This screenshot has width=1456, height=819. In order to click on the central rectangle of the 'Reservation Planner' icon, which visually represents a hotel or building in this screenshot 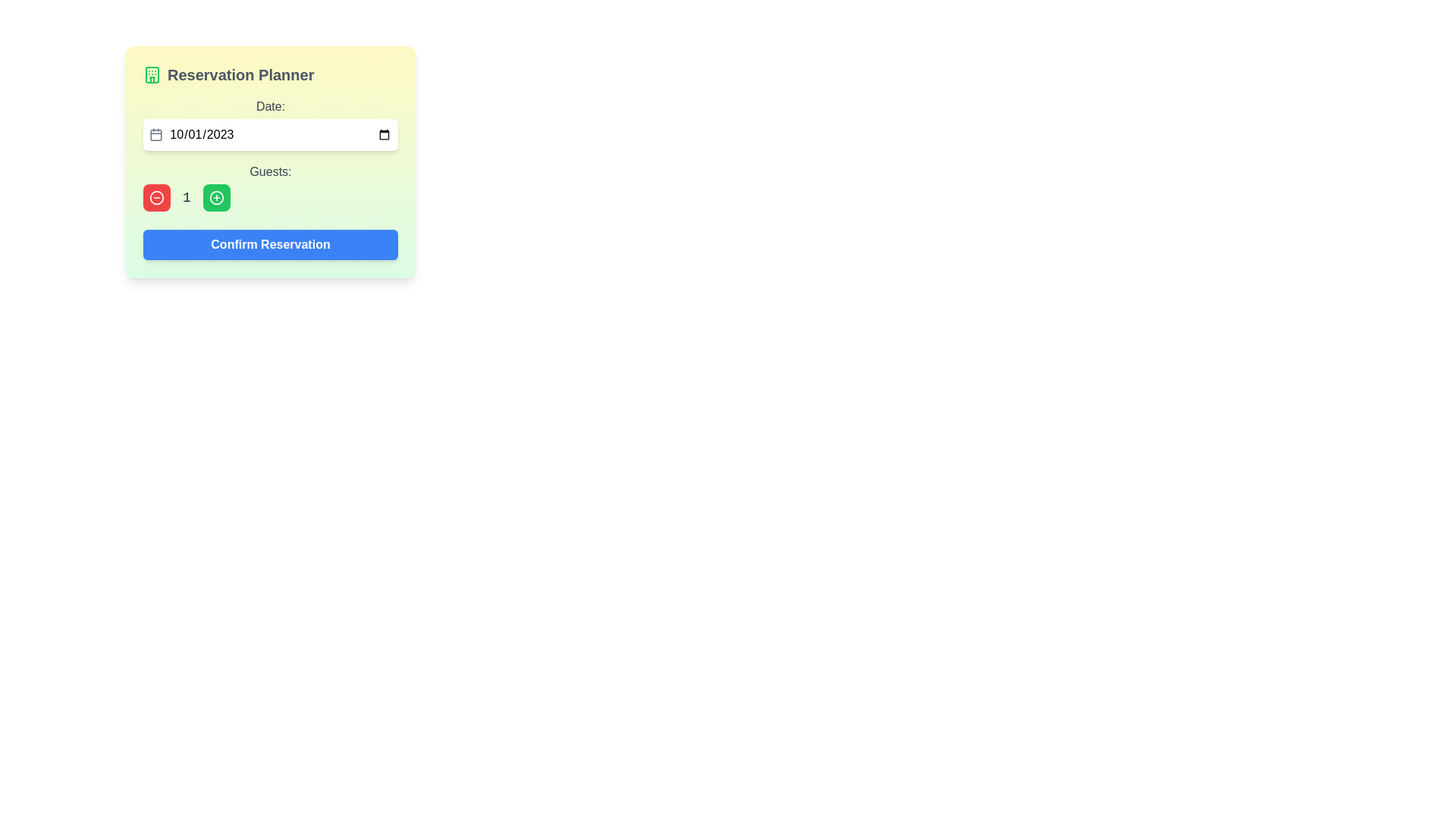, I will do `click(152, 75)`.